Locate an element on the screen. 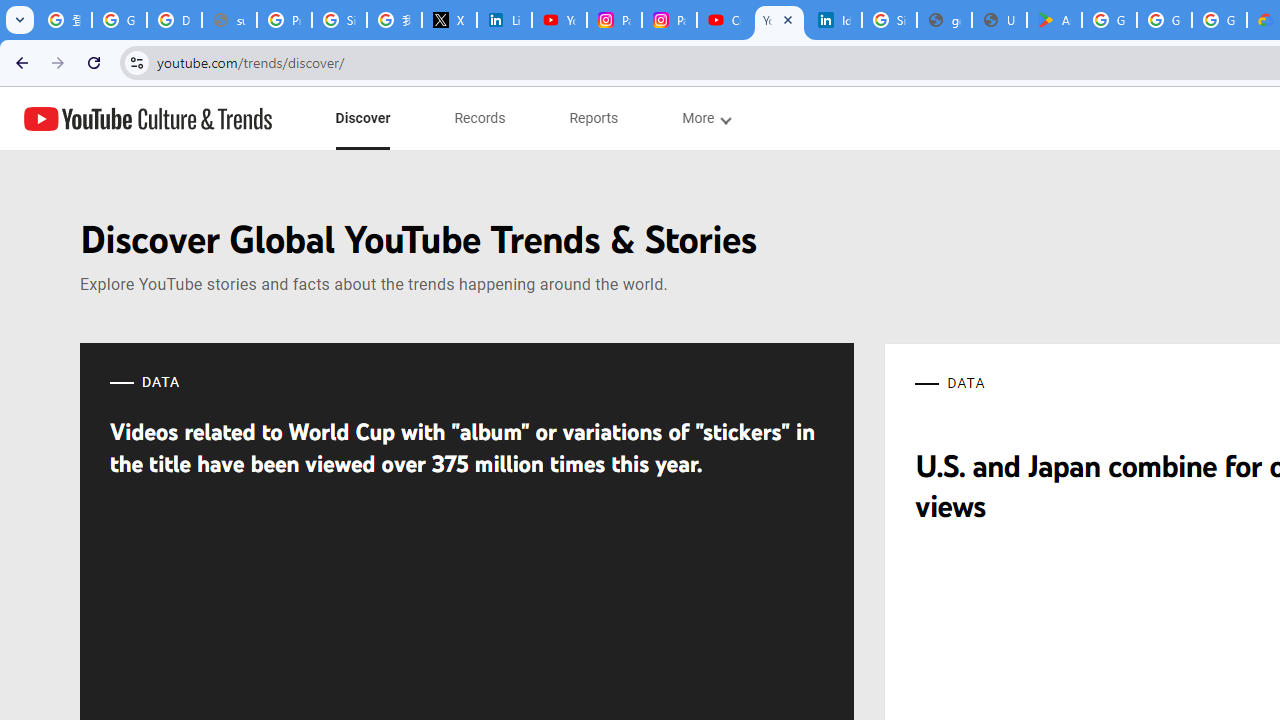 The width and height of the screenshot is (1280, 720). 'Google Workspace - Specific Terms' is located at coordinates (1164, 20).